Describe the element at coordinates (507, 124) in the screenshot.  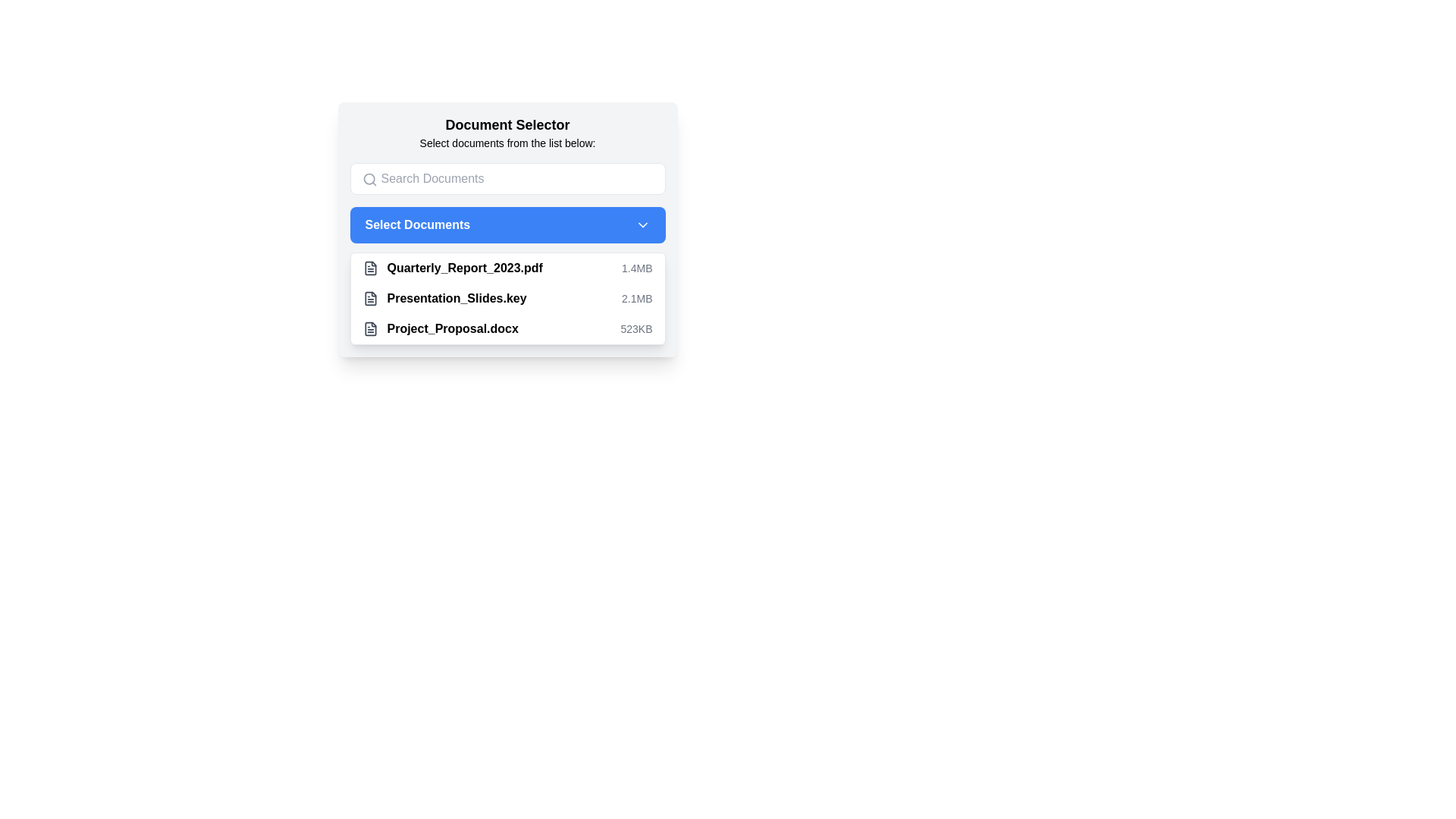
I see `label 'Document Selector' which is a bold and large text element prominently located at the top of the document selection interface` at that location.